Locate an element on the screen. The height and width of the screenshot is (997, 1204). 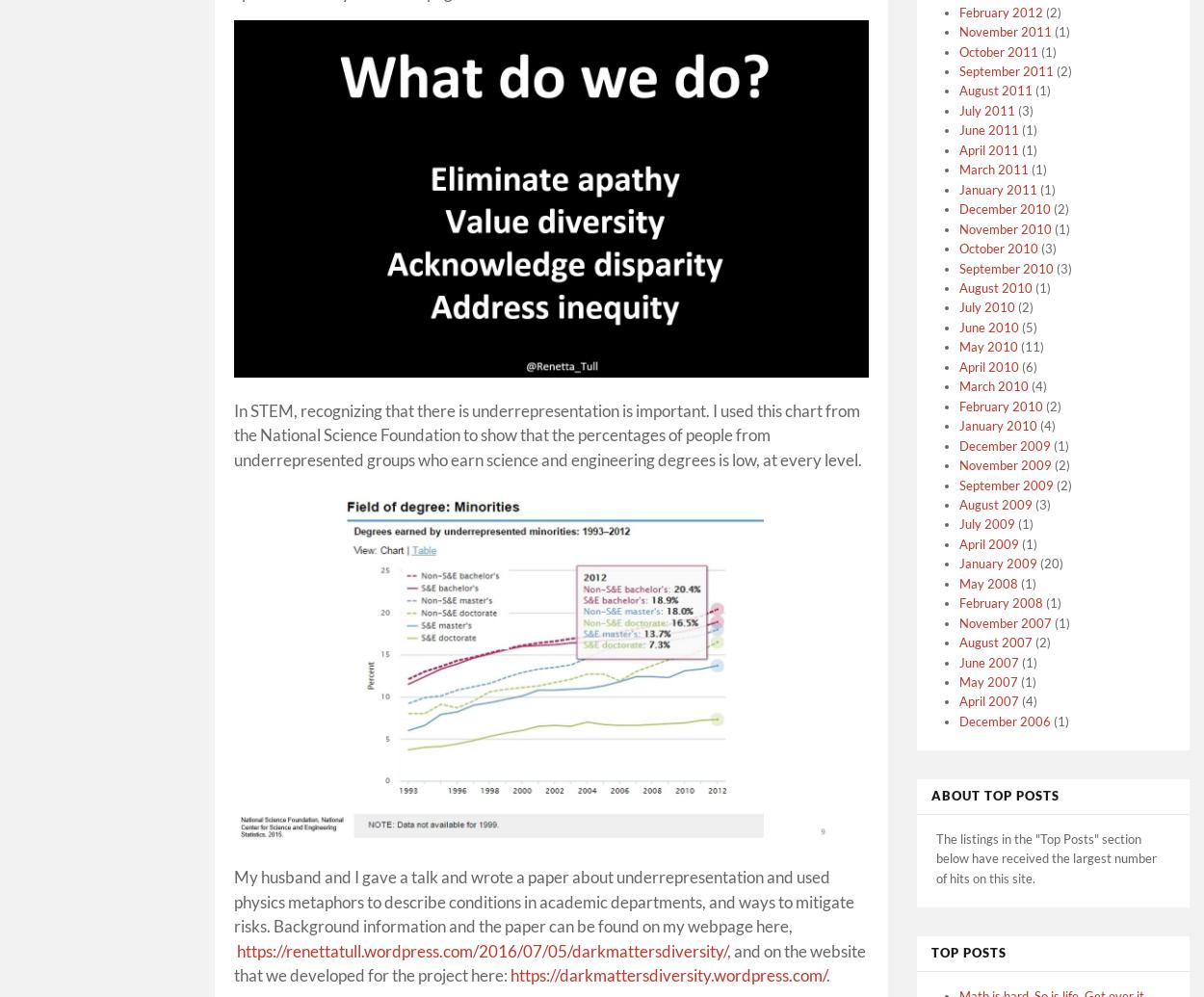
'August 2007' is located at coordinates (996, 641).